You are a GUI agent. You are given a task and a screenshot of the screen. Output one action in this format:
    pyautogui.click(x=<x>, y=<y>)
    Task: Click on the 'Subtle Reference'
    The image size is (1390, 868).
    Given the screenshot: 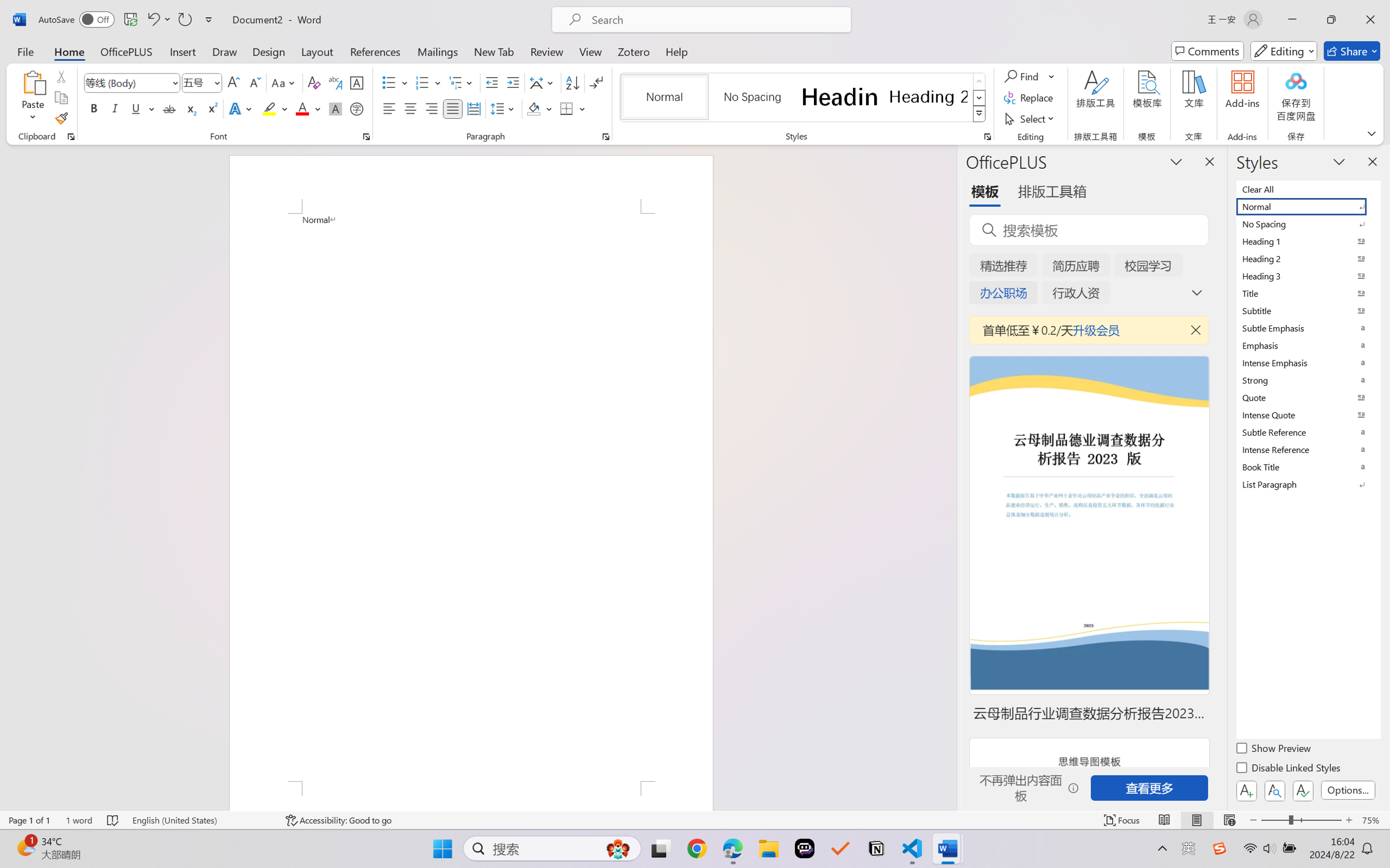 What is the action you would take?
    pyautogui.click(x=1307, y=432)
    